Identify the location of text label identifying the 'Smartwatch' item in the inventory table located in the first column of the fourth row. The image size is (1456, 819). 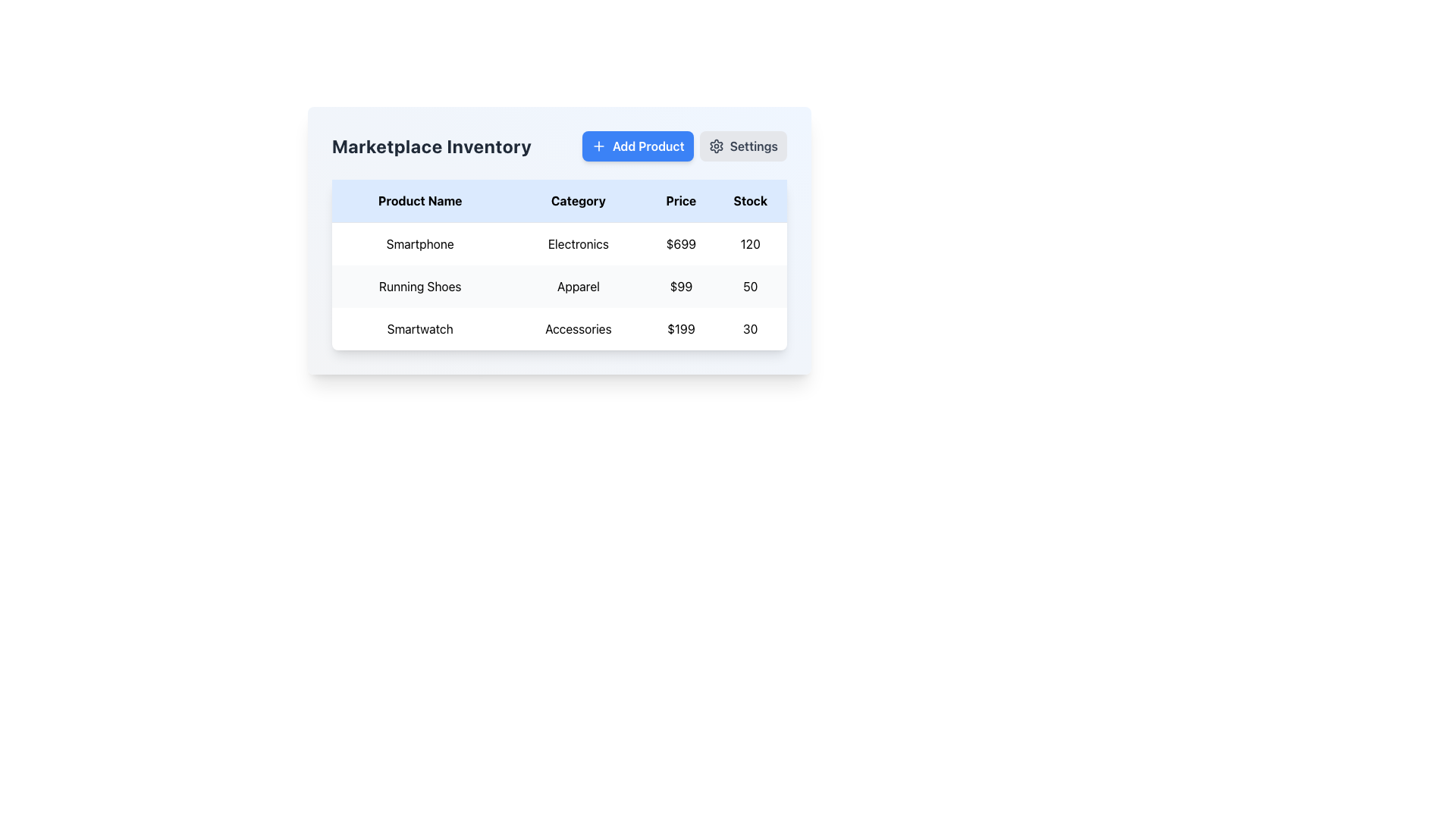
(420, 328).